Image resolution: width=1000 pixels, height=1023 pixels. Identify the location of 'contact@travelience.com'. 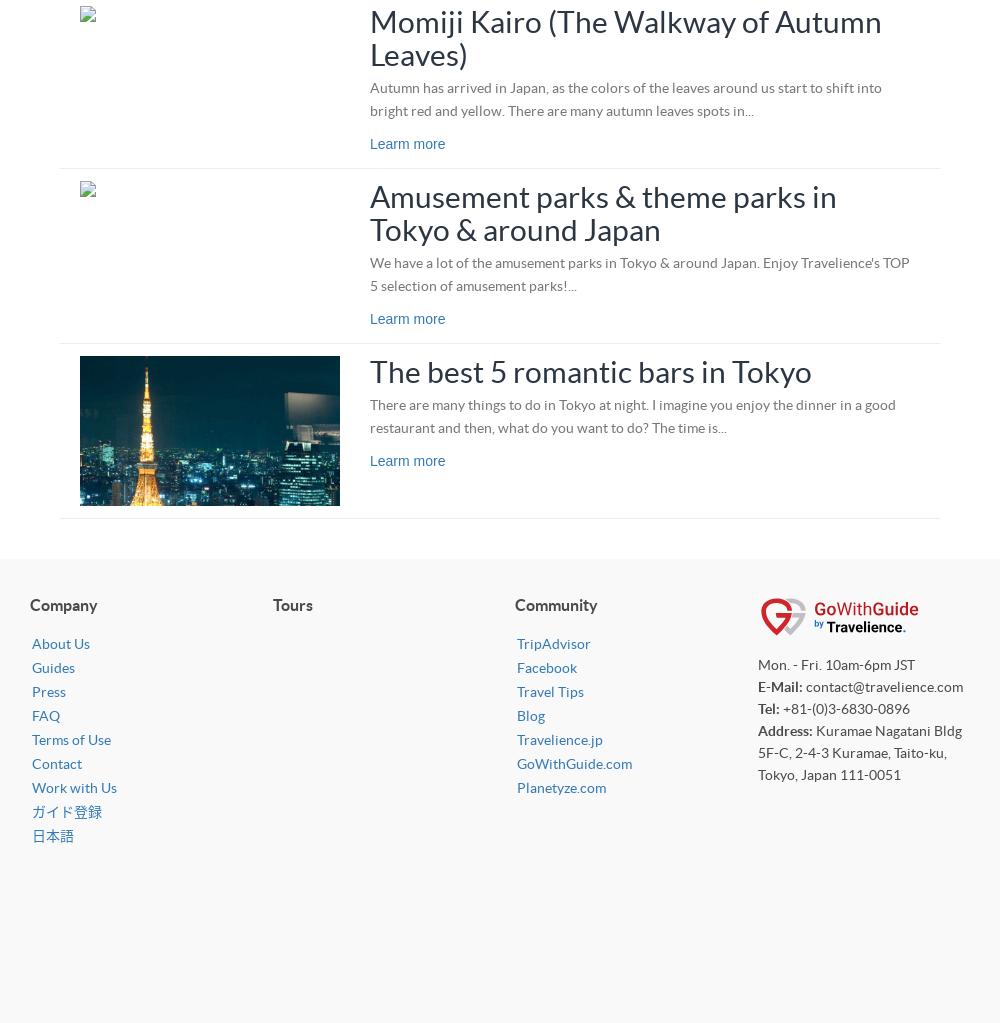
(882, 685).